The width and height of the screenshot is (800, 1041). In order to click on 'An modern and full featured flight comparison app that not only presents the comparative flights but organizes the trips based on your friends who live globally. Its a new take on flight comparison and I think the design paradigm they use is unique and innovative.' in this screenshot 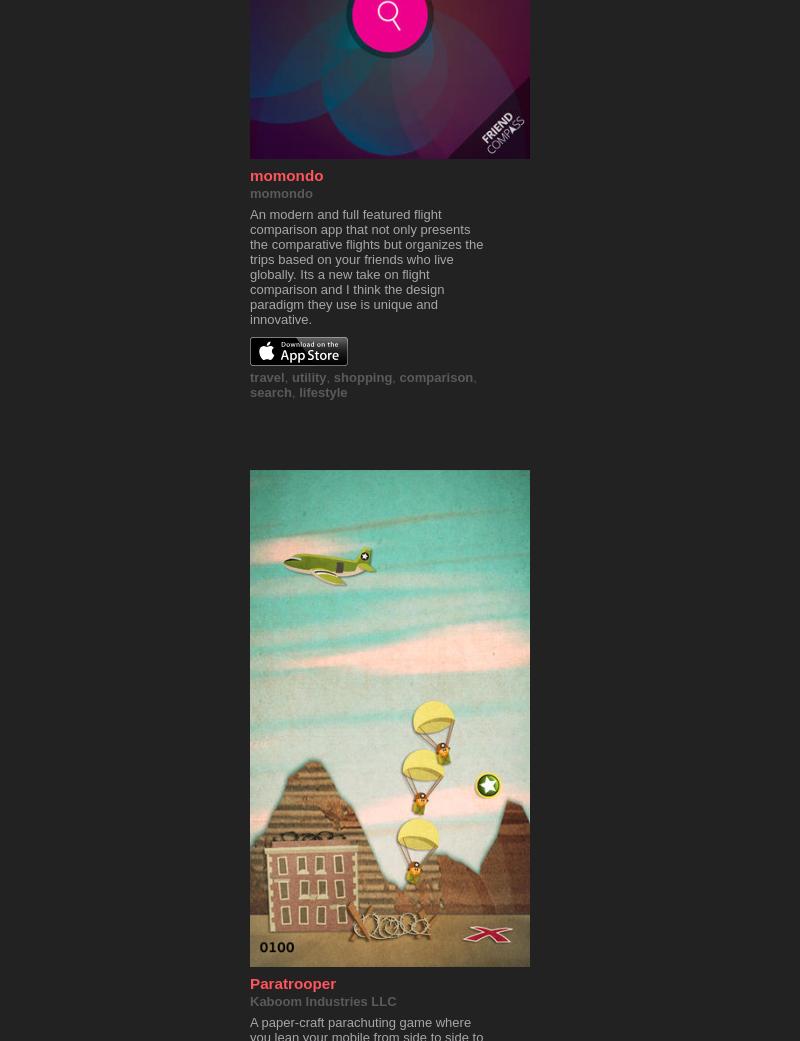, I will do `click(249, 266)`.